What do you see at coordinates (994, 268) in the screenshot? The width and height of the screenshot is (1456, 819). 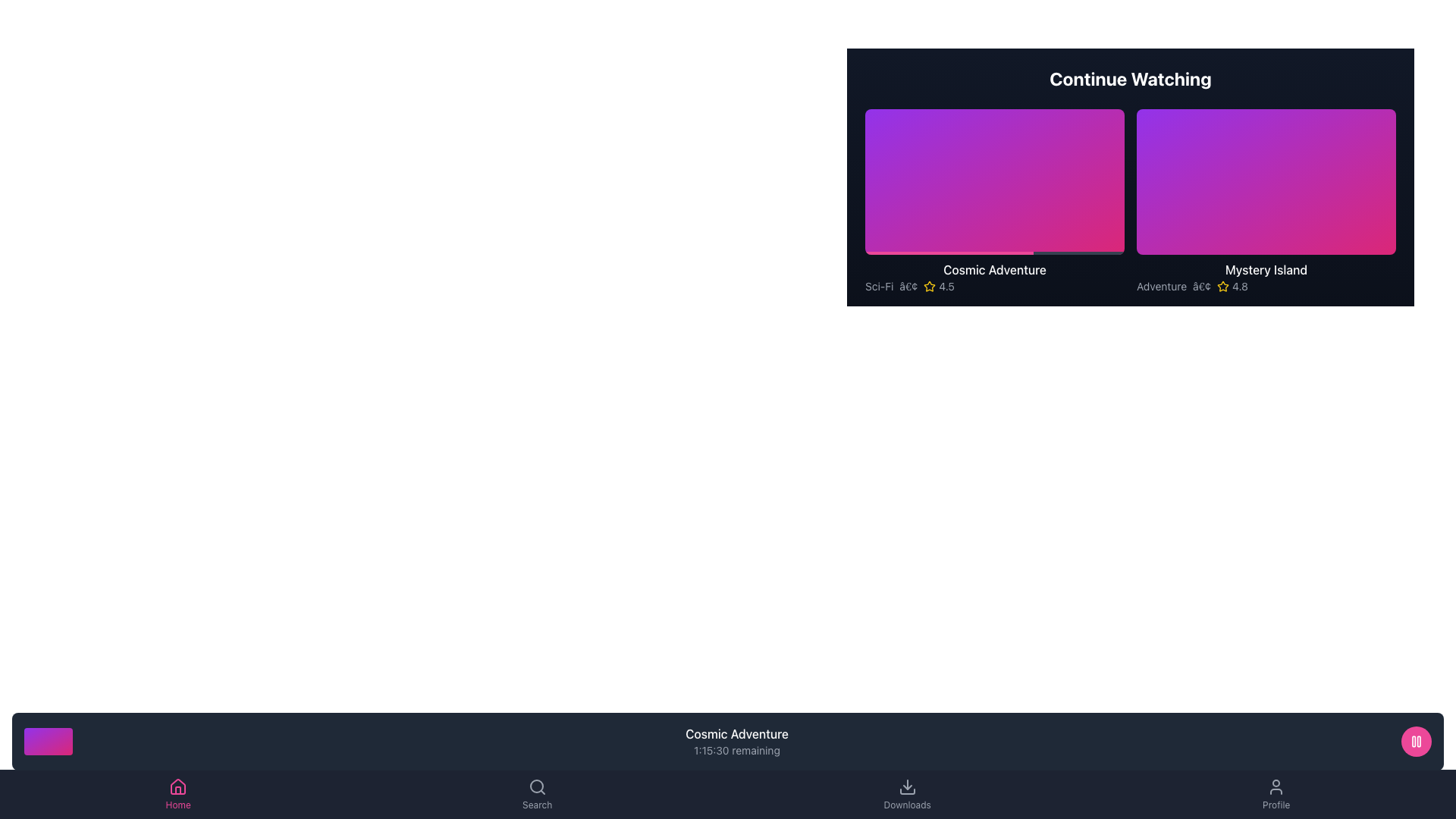 I see `text element titled 'Cosmic Adventure', which is displayed in medium font weight and is positioned above the genre and rating text, on a dark background` at bounding box center [994, 268].